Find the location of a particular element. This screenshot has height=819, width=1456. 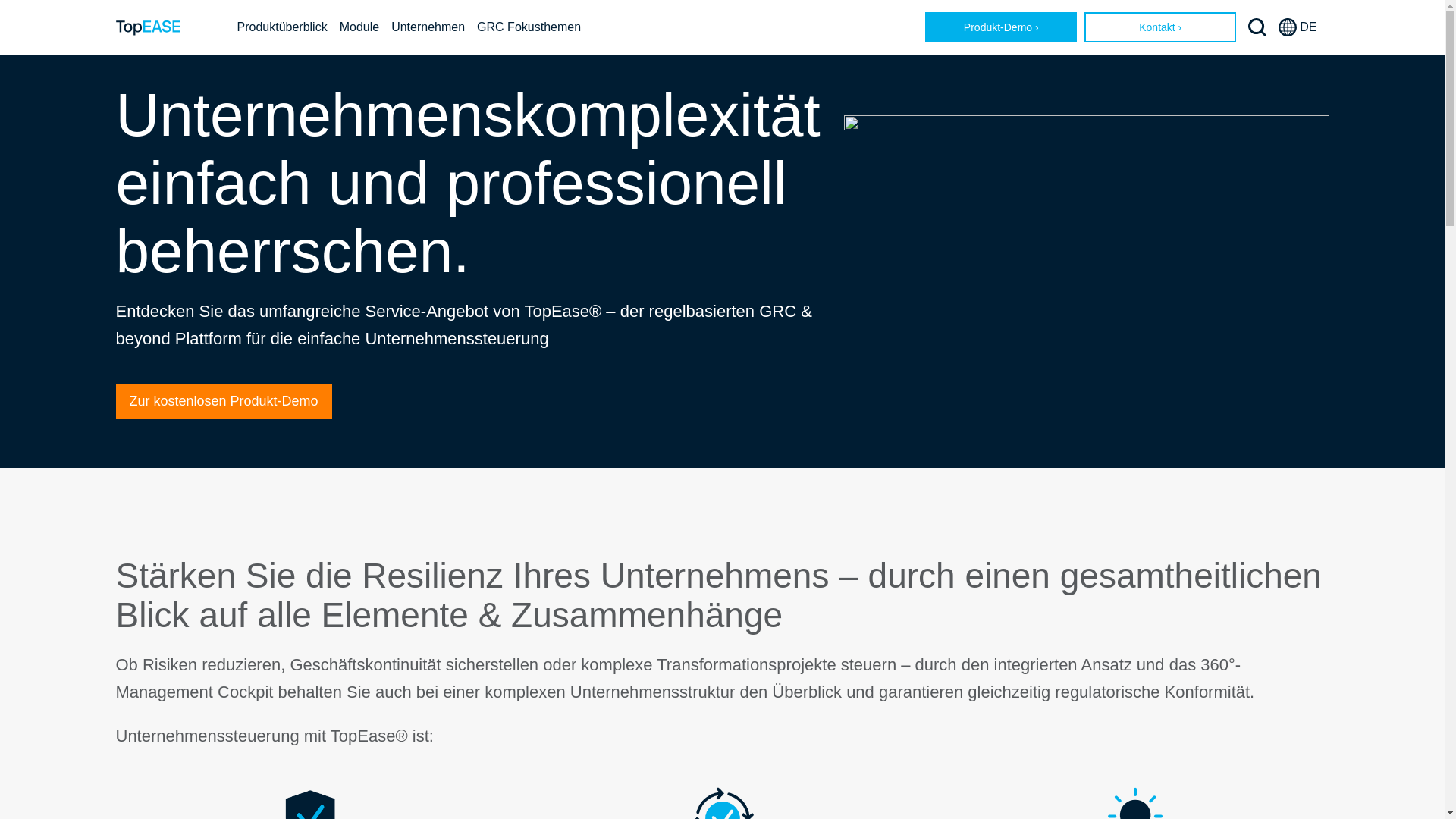

'DE' is located at coordinates (1277, 27).